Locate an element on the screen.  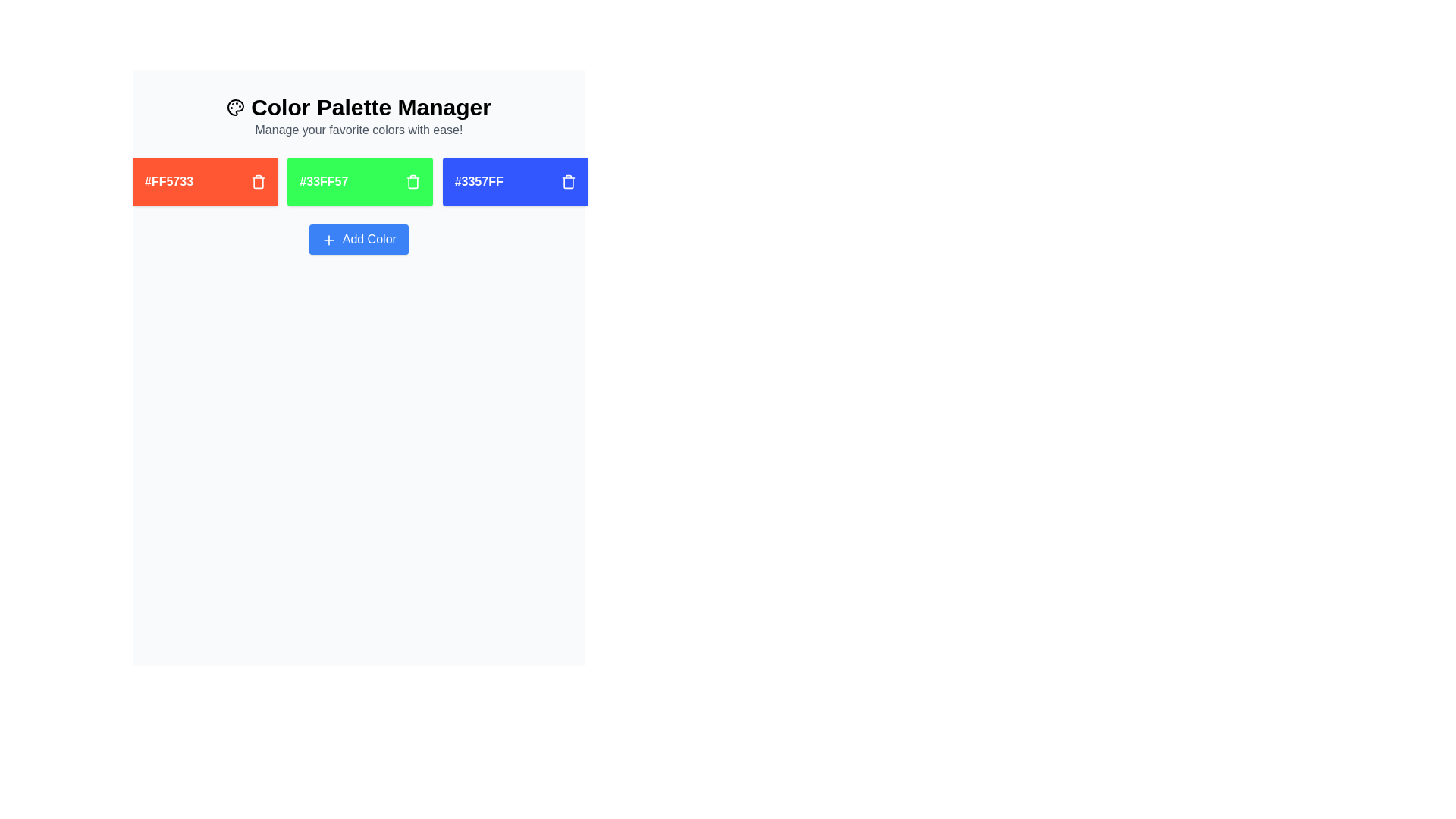
the trash can icon within the green box labeled '#33FF57' is located at coordinates (413, 180).